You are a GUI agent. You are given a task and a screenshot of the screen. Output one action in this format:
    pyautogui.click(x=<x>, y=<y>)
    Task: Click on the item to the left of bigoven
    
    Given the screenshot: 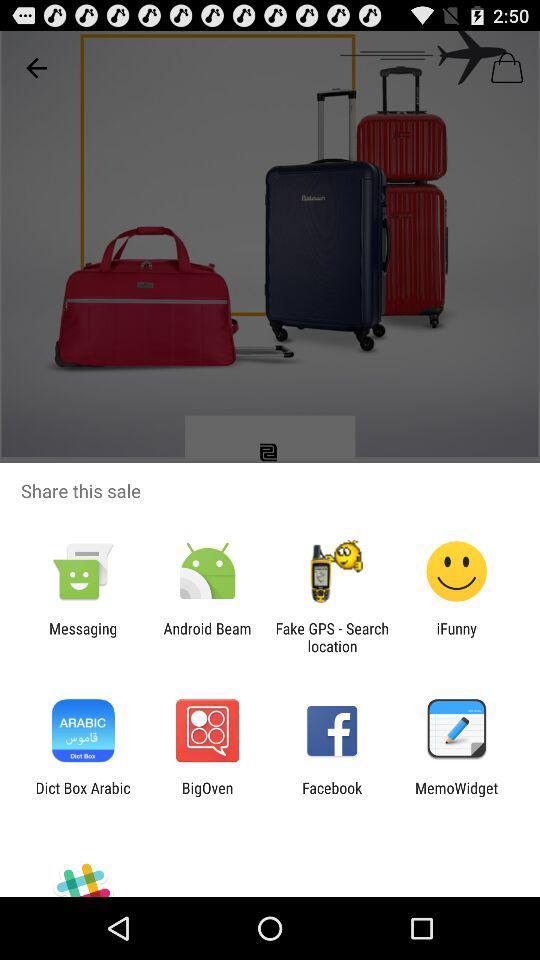 What is the action you would take?
    pyautogui.click(x=82, y=796)
    